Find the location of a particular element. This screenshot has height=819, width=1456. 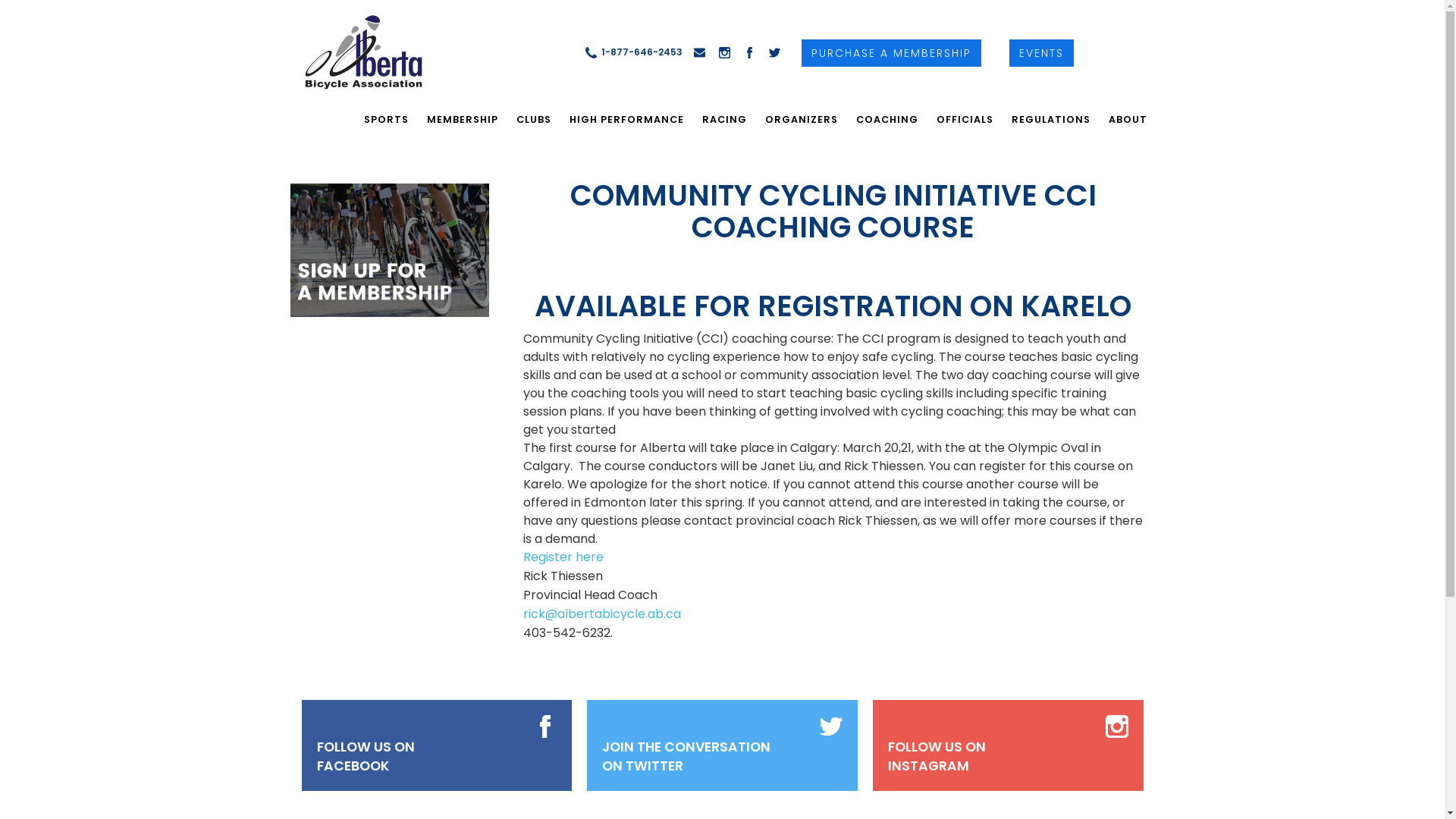

'FOLLOW US ON is located at coordinates (366, 757).